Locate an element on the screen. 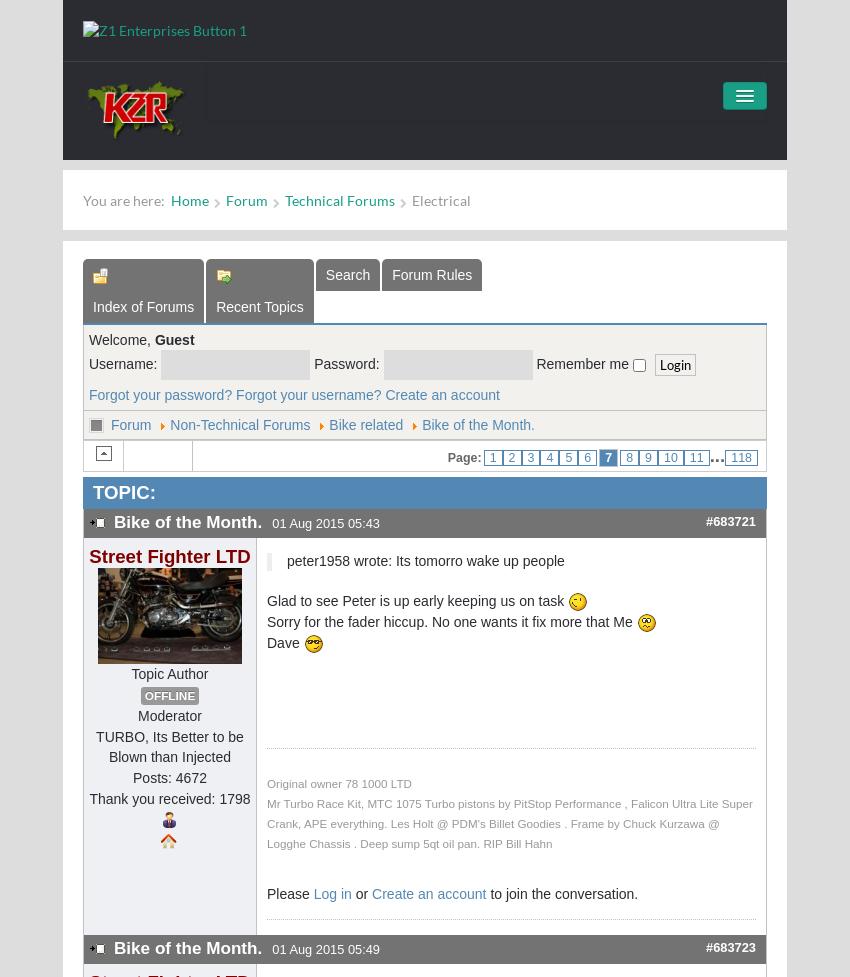 Image resolution: width=850 pixels, height=977 pixels. 'Moderator' is located at coordinates (169, 716).